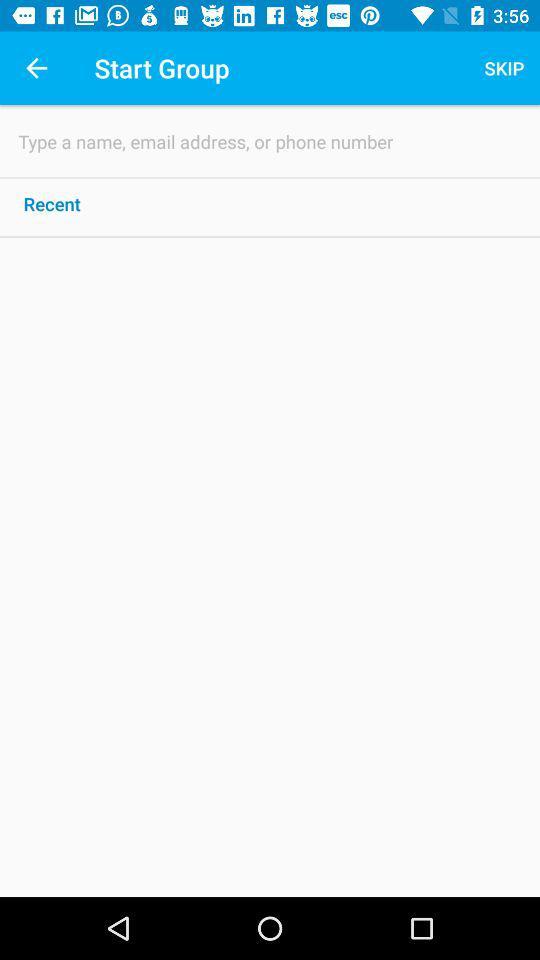 The width and height of the screenshot is (540, 960). What do you see at coordinates (503, 68) in the screenshot?
I see `the icon at the top right corner` at bounding box center [503, 68].